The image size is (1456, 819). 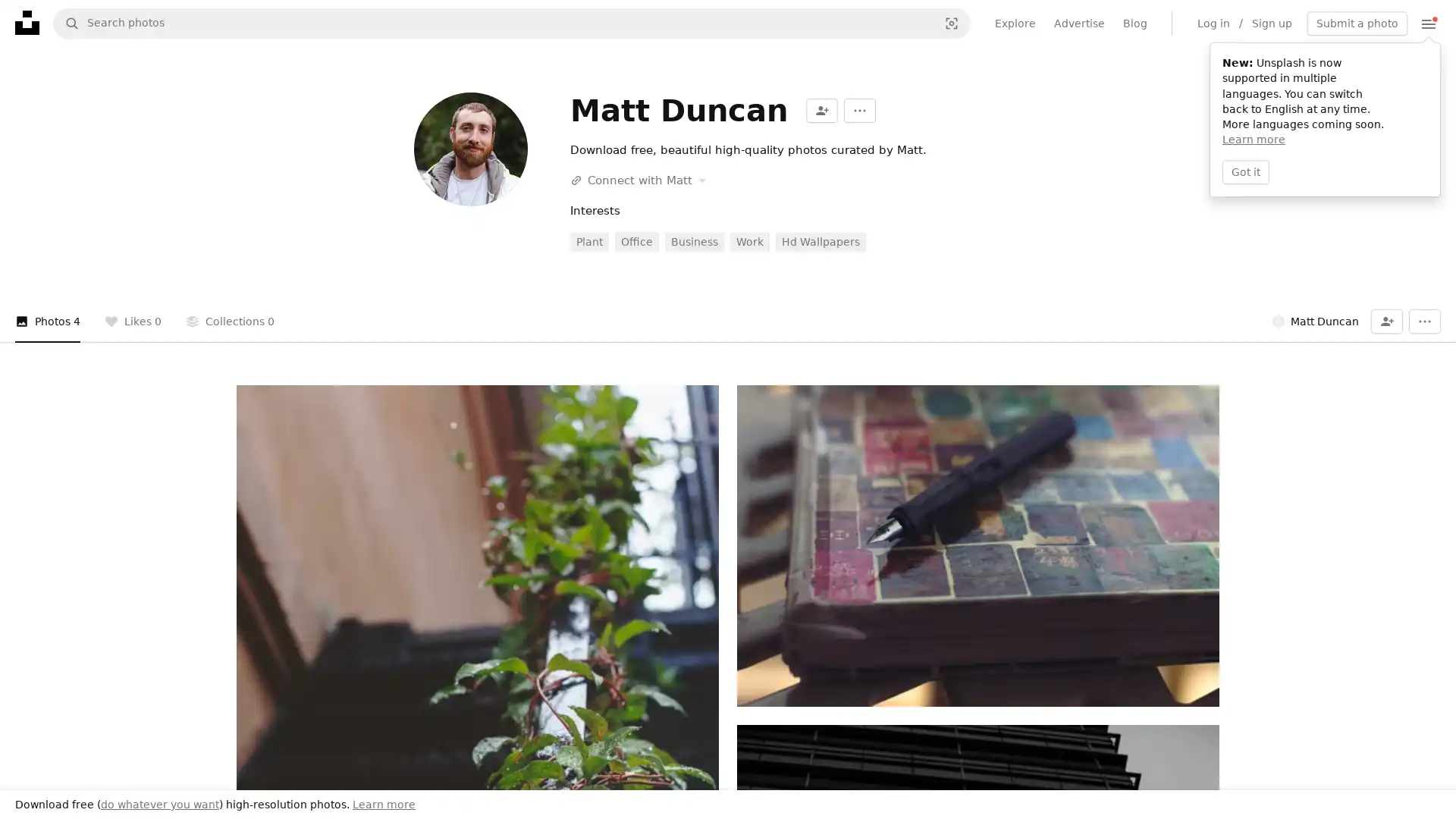 What do you see at coordinates (1245, 171) in the screenshot?
I see `Got it` at bounding box center [1245, 171].